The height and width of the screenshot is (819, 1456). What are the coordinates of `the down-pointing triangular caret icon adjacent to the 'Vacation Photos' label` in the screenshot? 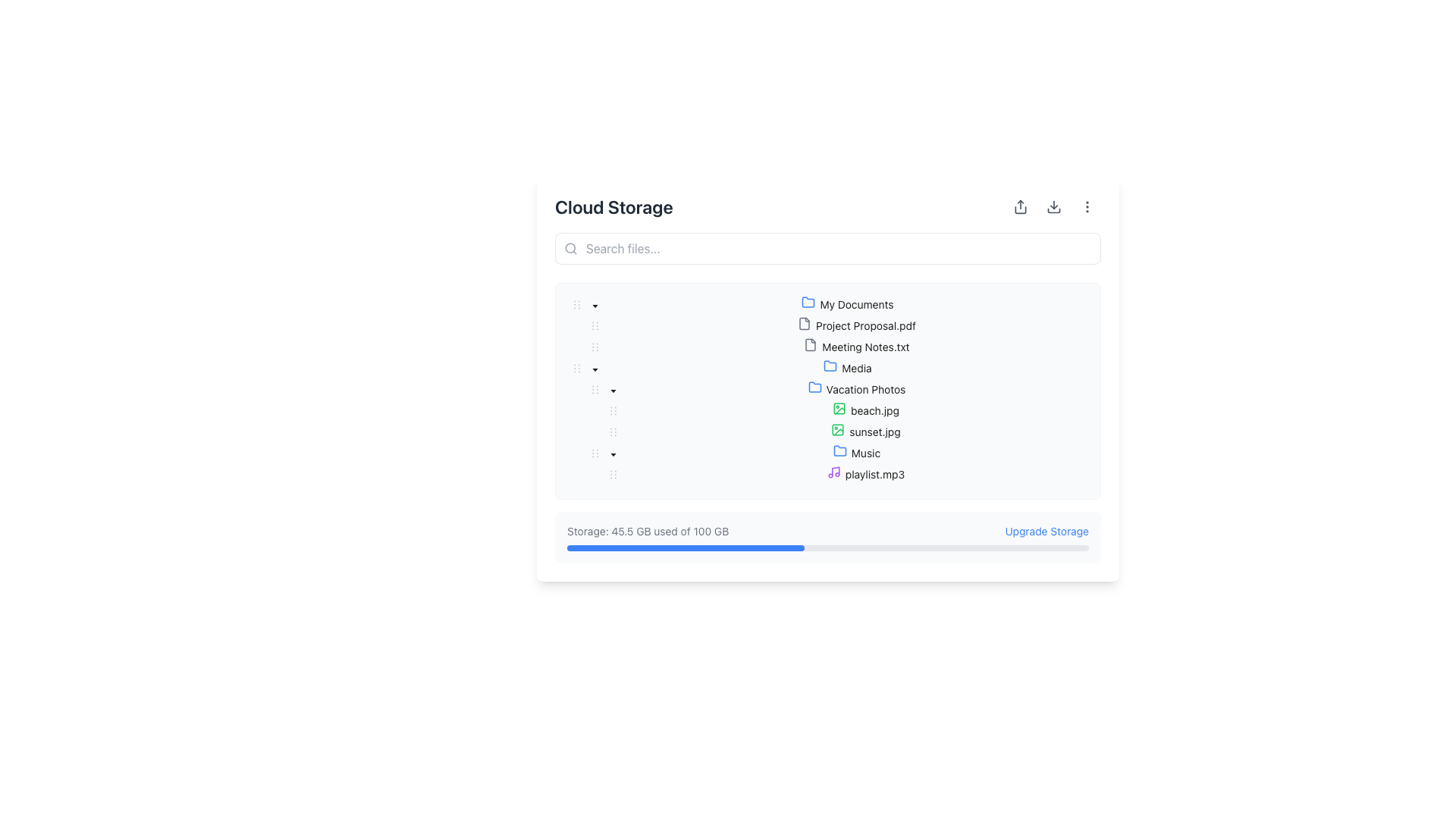 It's located at (613, 388).